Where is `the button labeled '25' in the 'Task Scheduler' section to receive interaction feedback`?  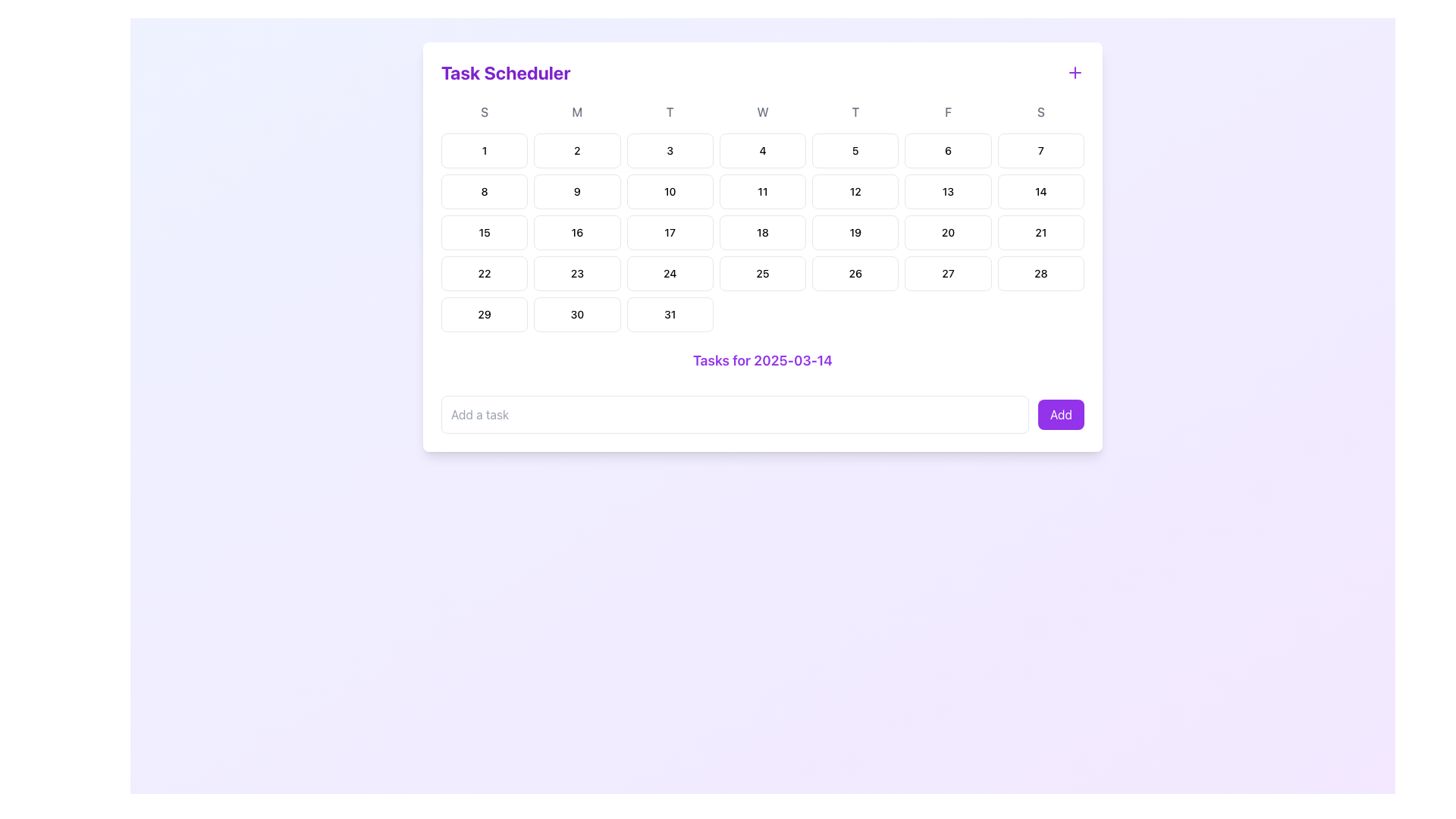
the button labeled '25' in the 'Task Scheduler' section to receive interaction feedback is located at coordinates (763, 274).